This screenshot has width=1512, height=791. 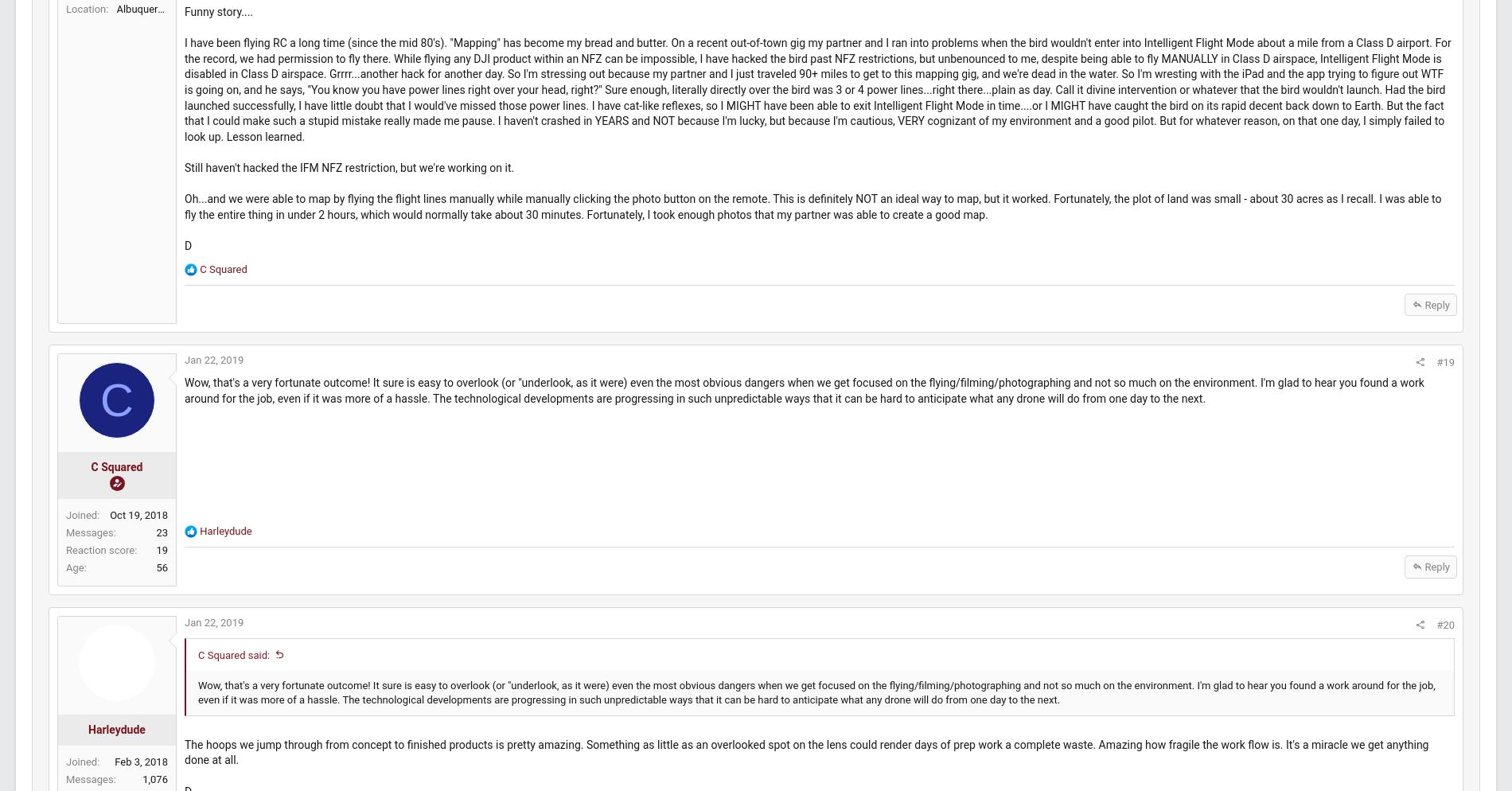 What do you see at coordinates (387, 250) in the screenshot?
I see `'Still haven't hacked the IFM NFZ restriction, but we're working on it.'` at bounding box center [387, 250].